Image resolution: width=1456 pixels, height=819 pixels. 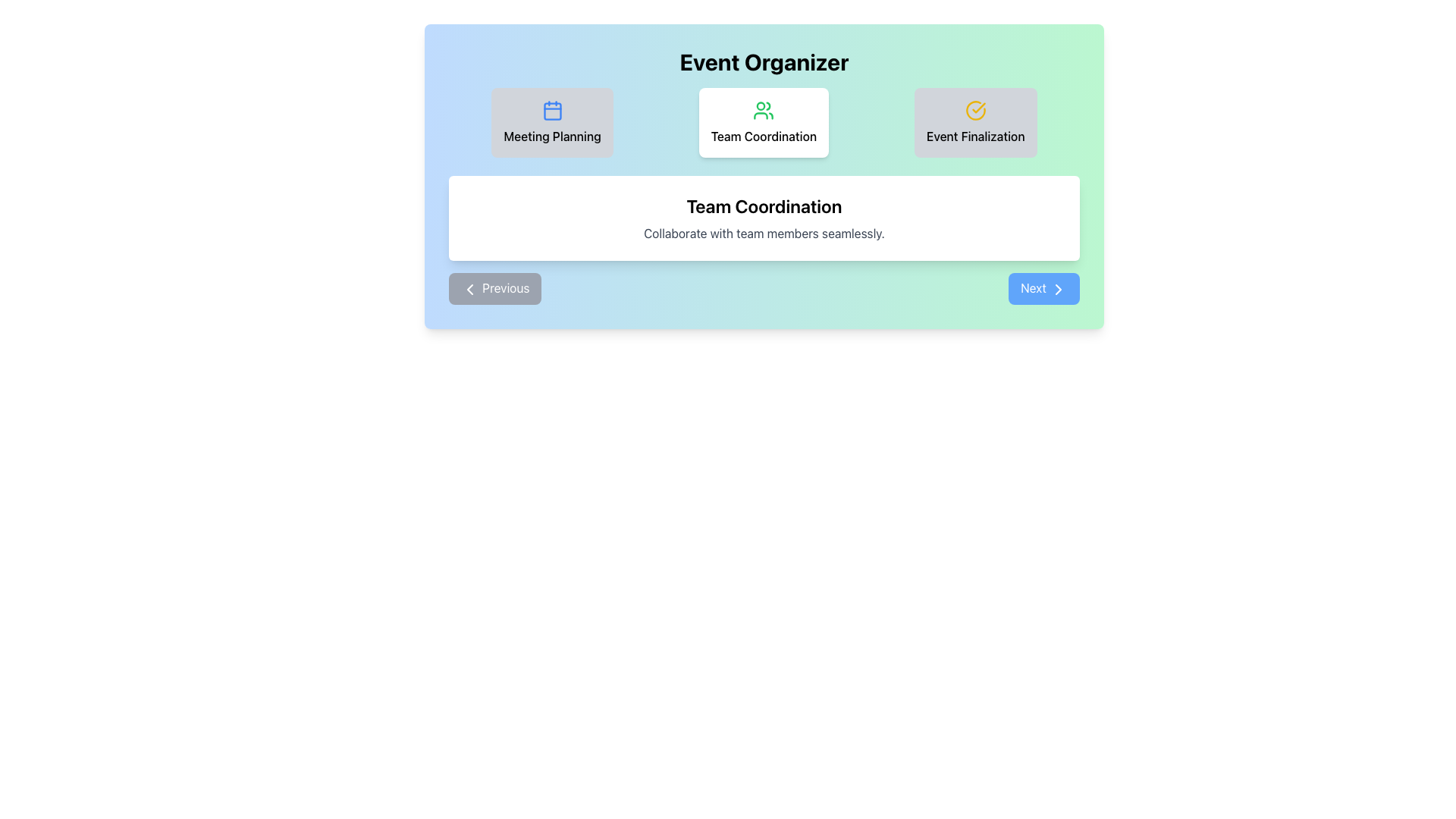 What do you see at coordinates (551, 122) in the screenshot?
I see `'Meeting Planning' card element, which features a blue calendar icon and is the first card in the 'Event Organizer' section` at bounding box center [551, 122].